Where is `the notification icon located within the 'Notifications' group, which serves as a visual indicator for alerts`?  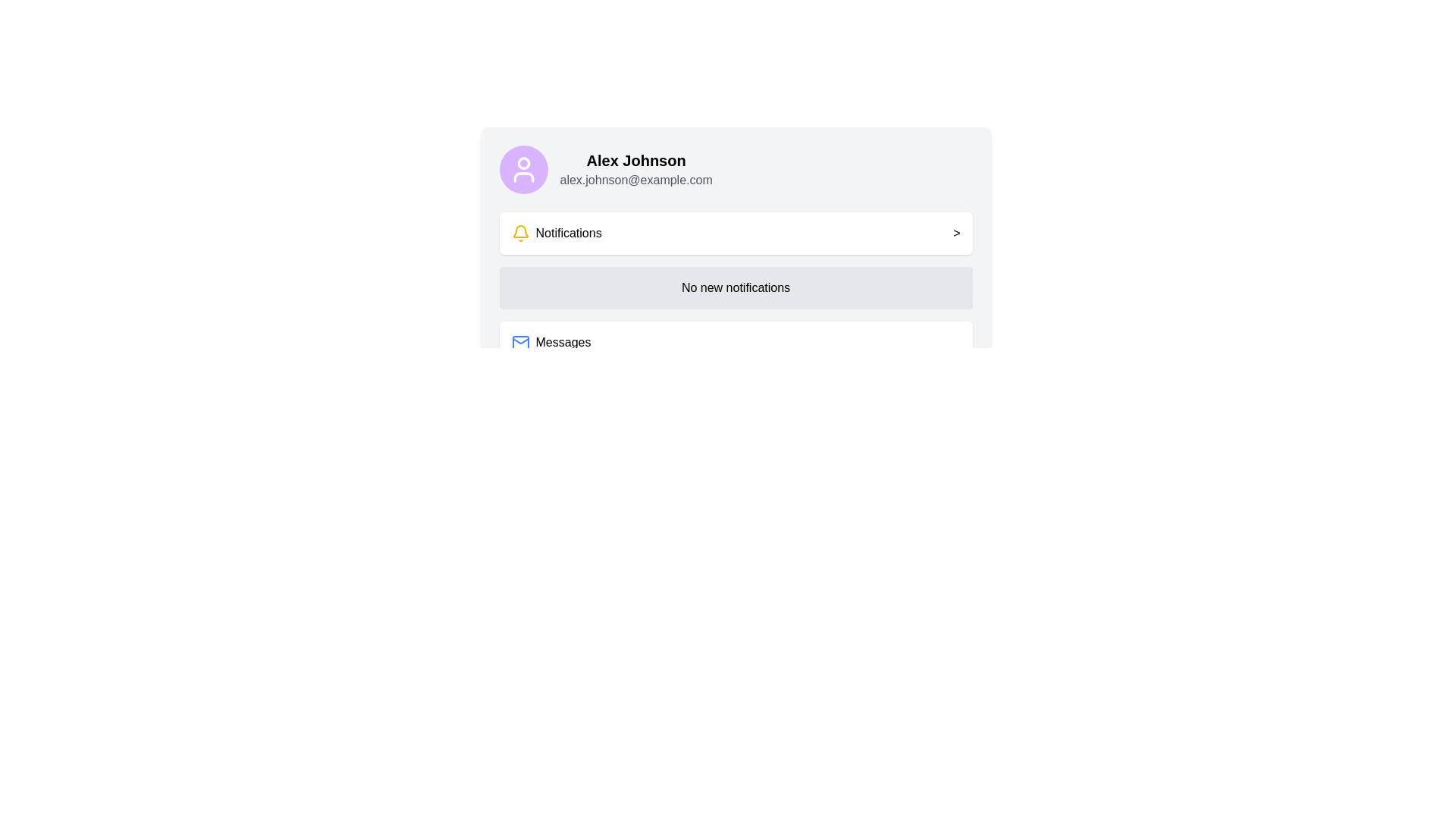
the notification icon located within the 'Notifications' group, which serves as a visual indicator for alerts is located at coordinates (520, 234).